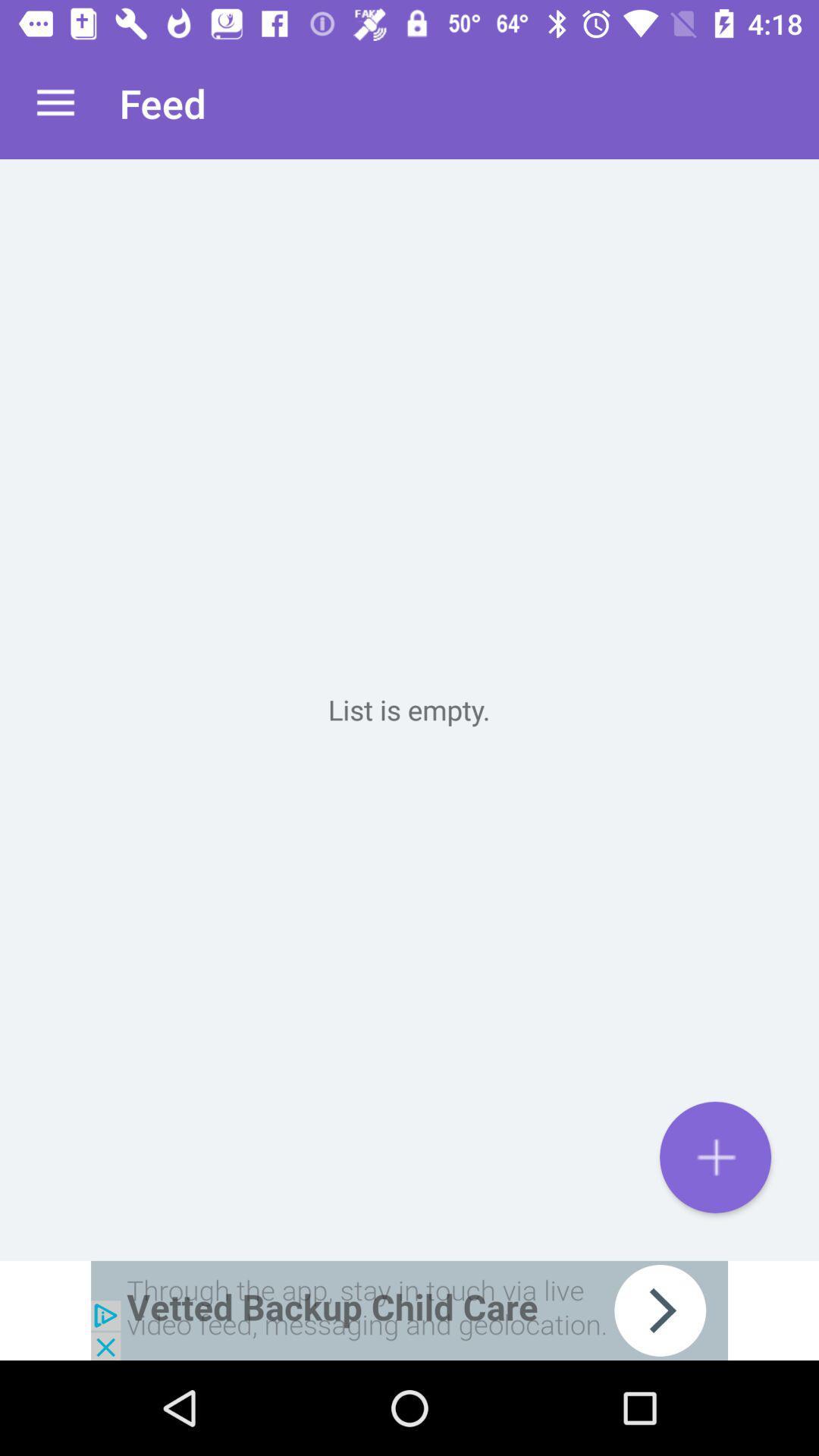 Image resolution: width=819 pixels, height=1456 pixels. Describe the element at coordinates (409, 709) in the screenshot. I see `description` at that location.